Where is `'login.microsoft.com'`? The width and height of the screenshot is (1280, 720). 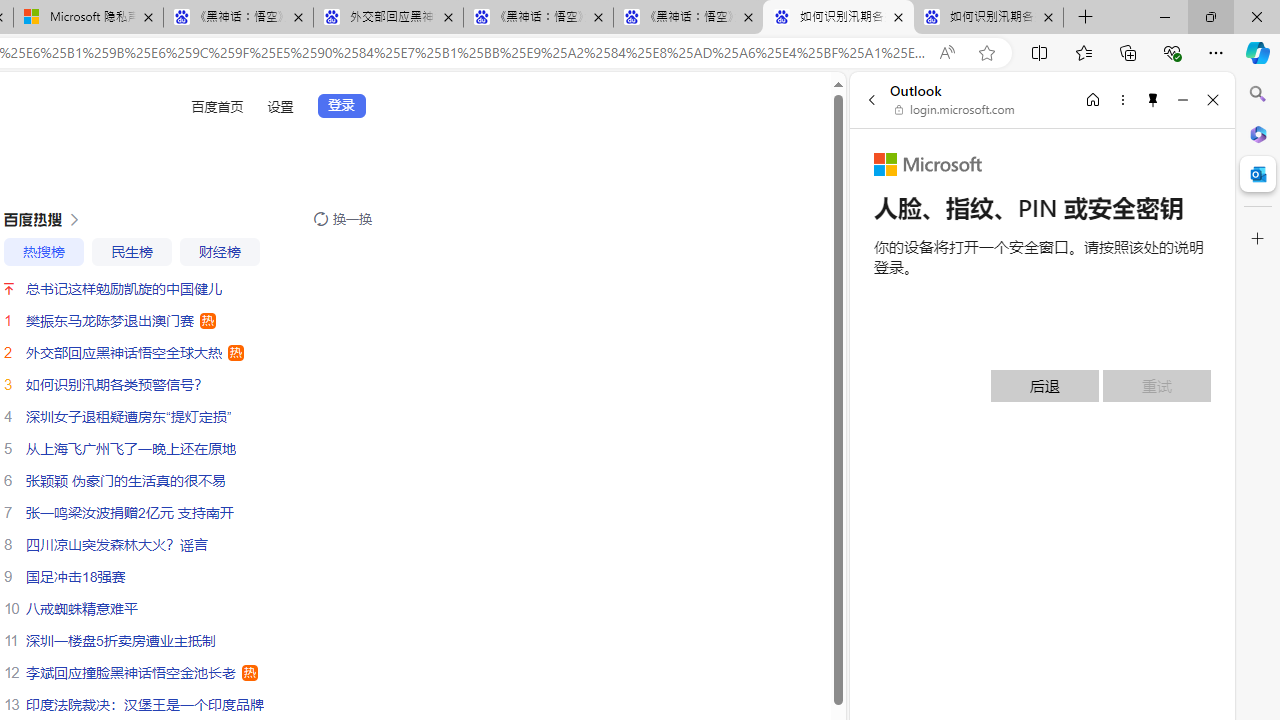
'login.microsoft.com' is located at coordinates (954, 110).